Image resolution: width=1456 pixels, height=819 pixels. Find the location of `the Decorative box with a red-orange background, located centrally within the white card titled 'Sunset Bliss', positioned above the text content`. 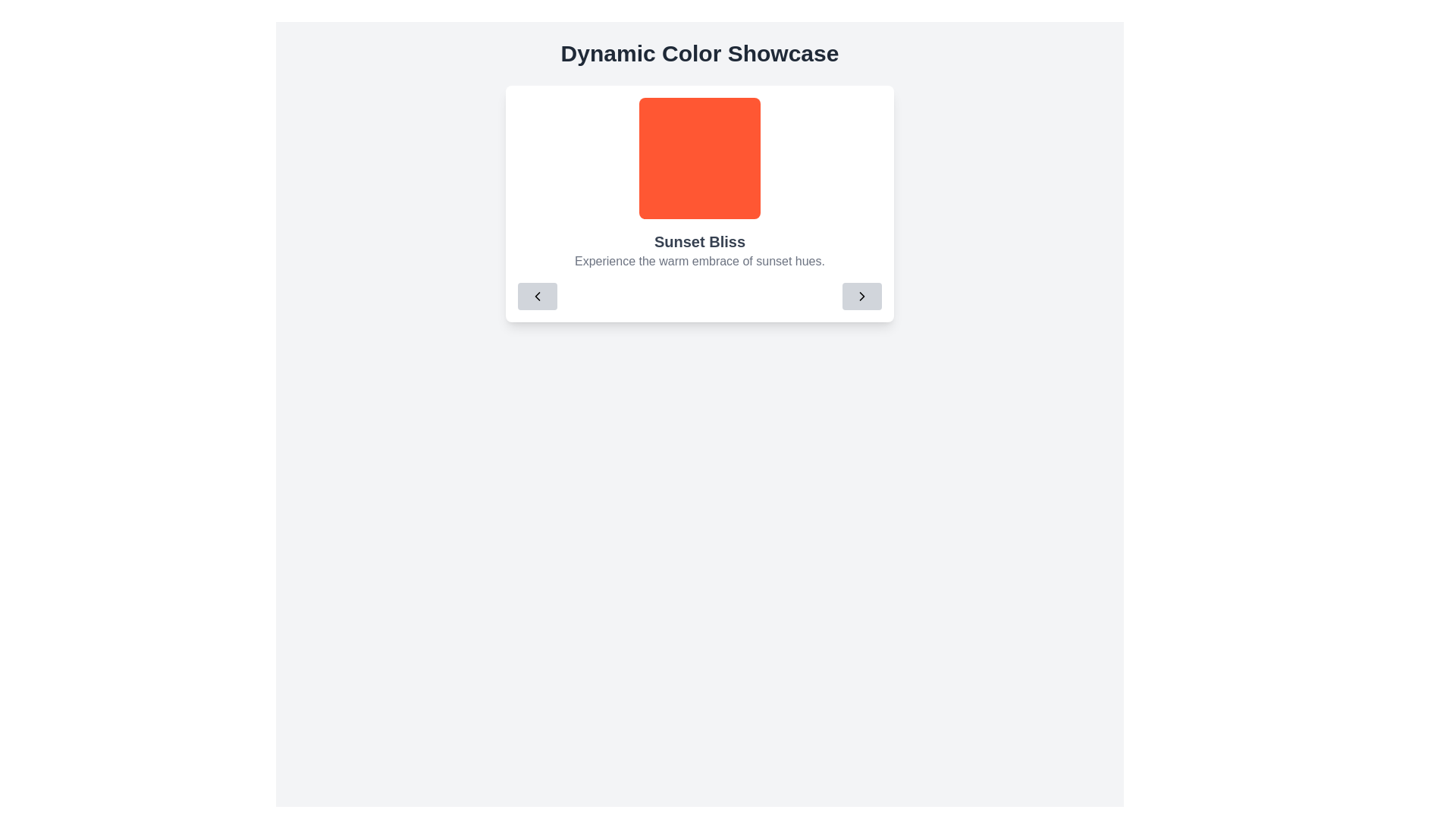

the Decorative box with a red-orange background, located centrally within the white card titled 'Sunset Bliss', positioned above the text content is located at coordinates (698, 158).